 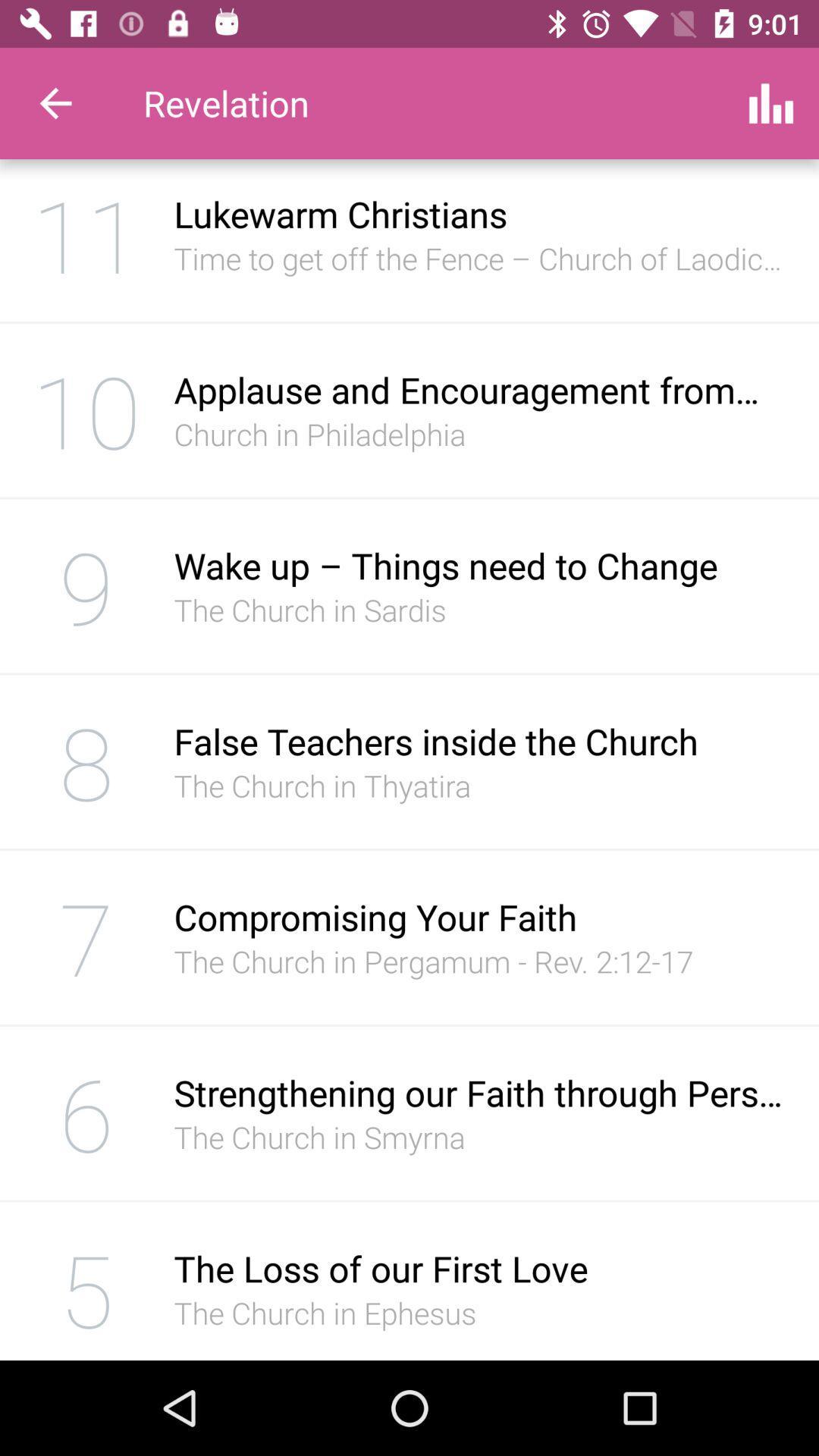 I want to click on the icon above 11, so click(x=55, y=102).